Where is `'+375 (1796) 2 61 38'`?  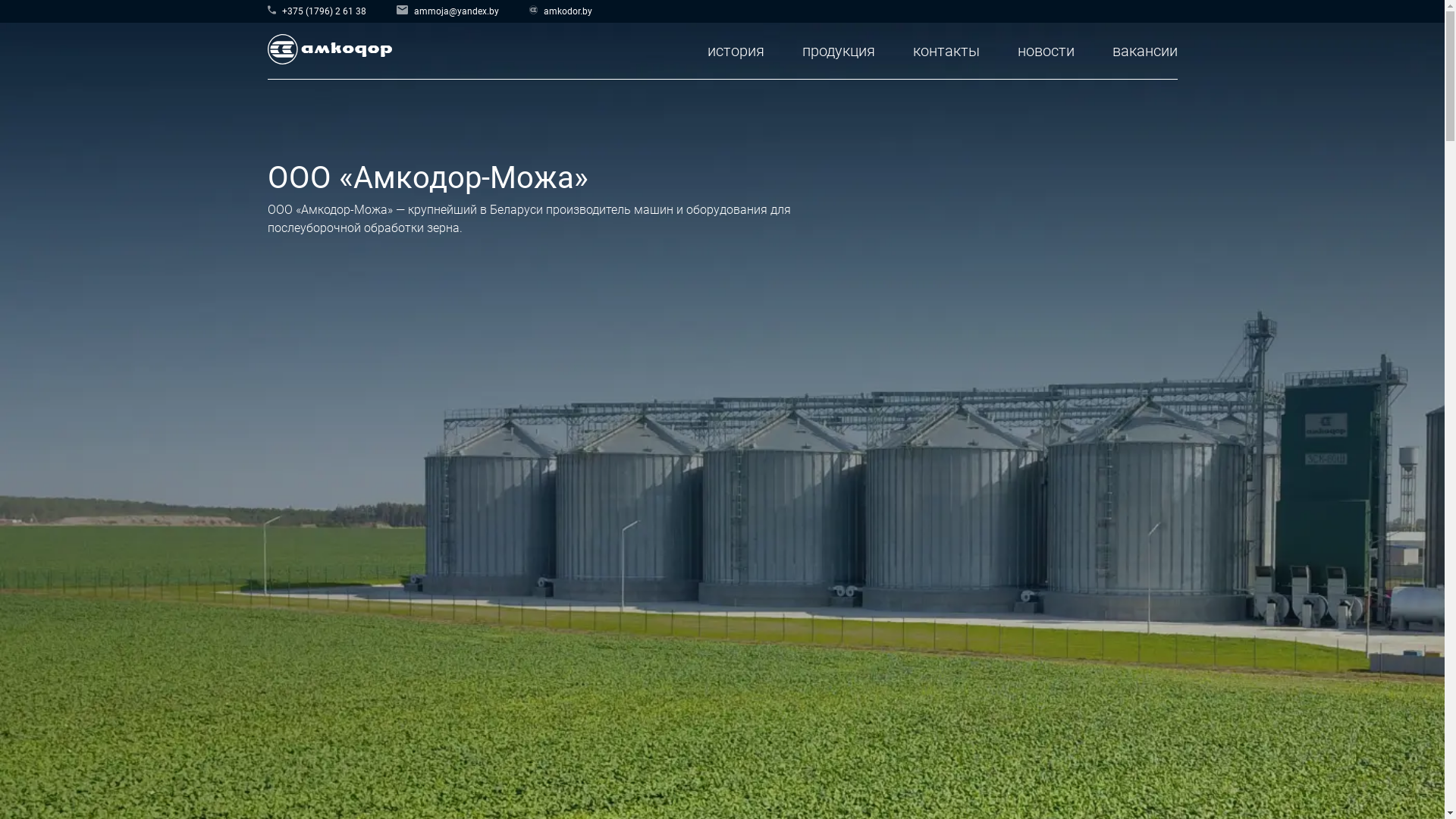 '+375 (1796) 2 61 38' is located at coordinates (315, 8).